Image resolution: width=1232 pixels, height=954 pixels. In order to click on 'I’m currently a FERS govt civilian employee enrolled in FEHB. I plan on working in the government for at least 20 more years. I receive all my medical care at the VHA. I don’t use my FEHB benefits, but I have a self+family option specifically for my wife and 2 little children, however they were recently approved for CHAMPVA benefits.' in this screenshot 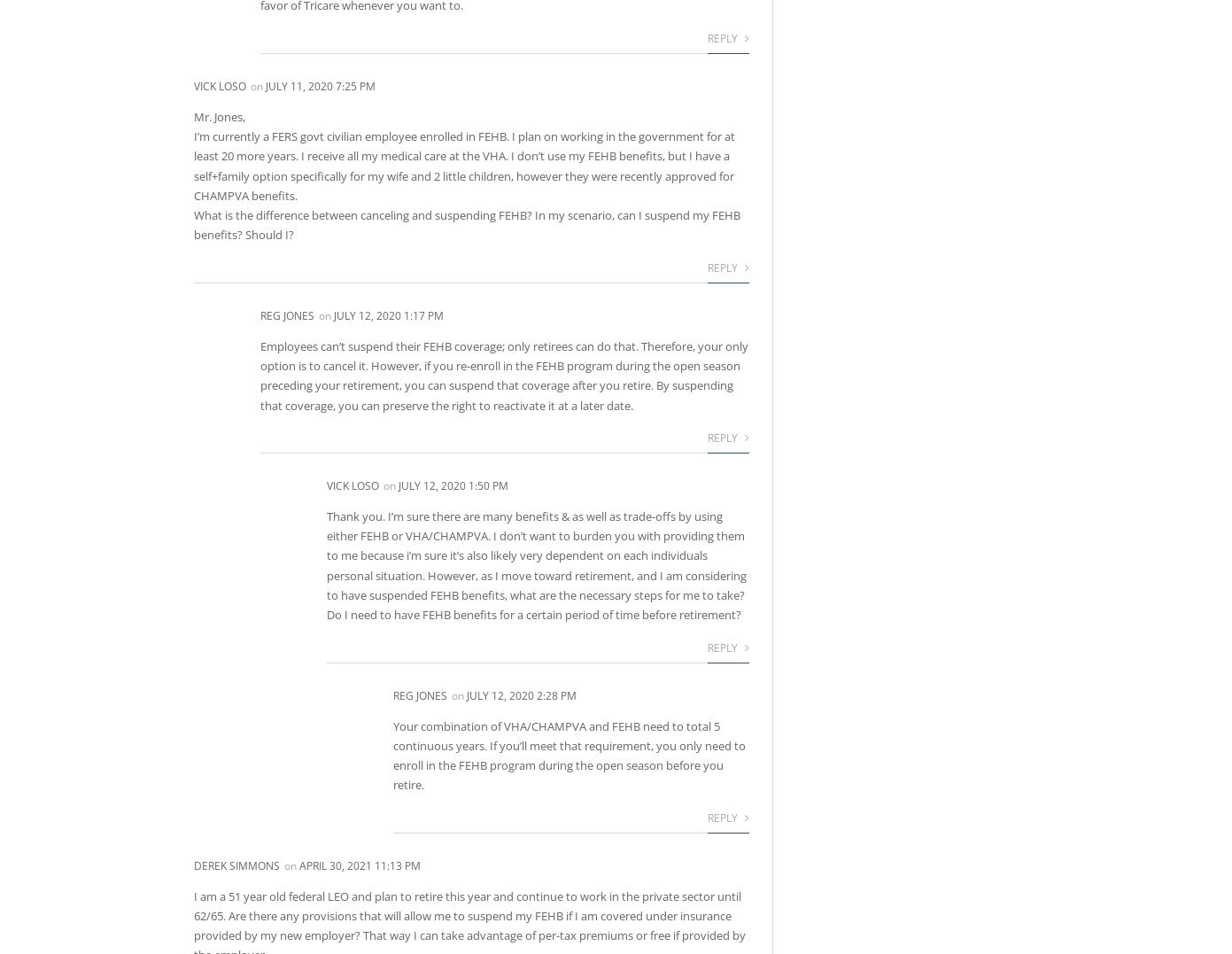, I will do `click(464, 164)`.